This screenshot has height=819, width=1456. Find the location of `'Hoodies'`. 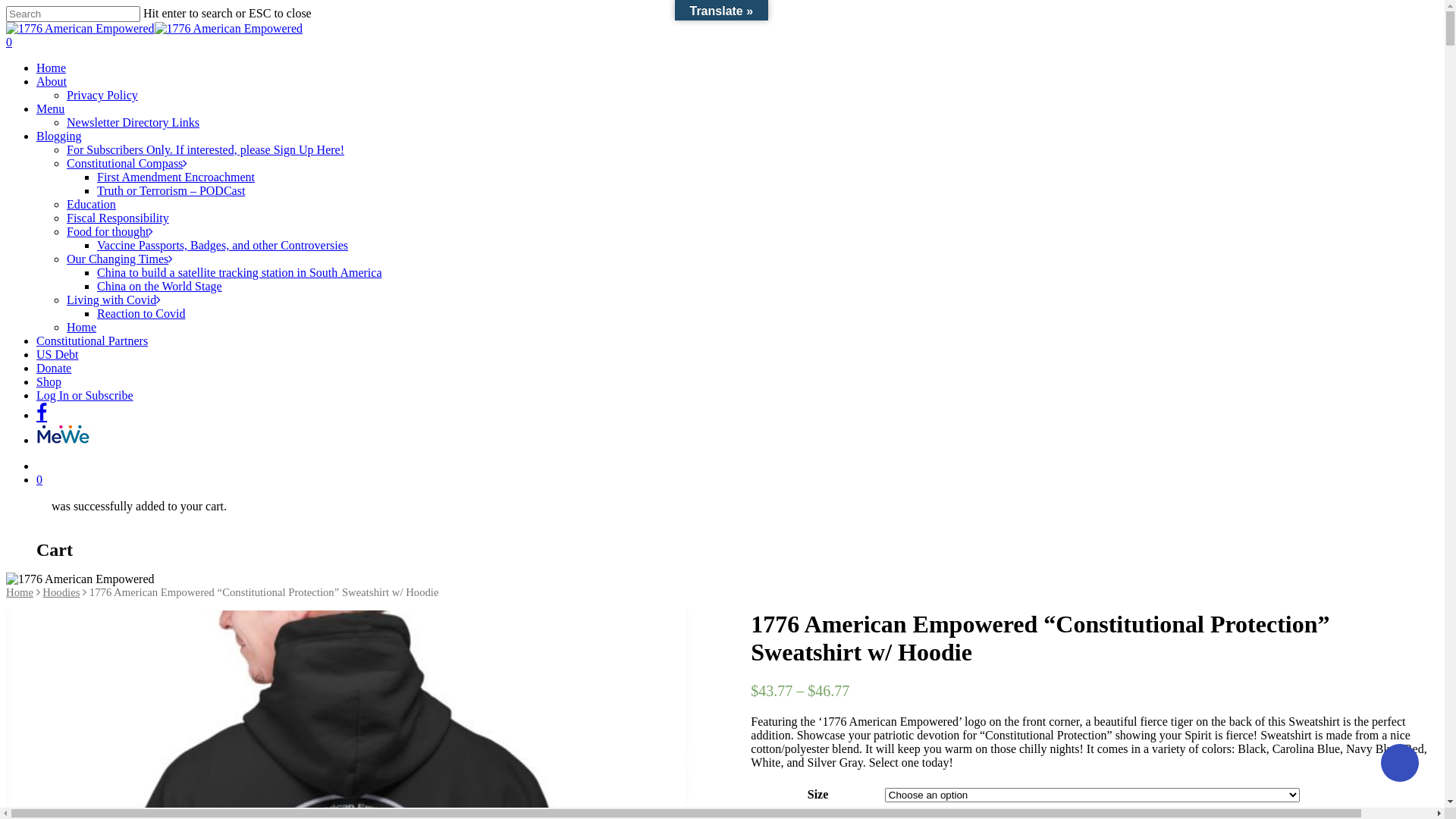

'Hoodies' is located at coordinates (42, 591).